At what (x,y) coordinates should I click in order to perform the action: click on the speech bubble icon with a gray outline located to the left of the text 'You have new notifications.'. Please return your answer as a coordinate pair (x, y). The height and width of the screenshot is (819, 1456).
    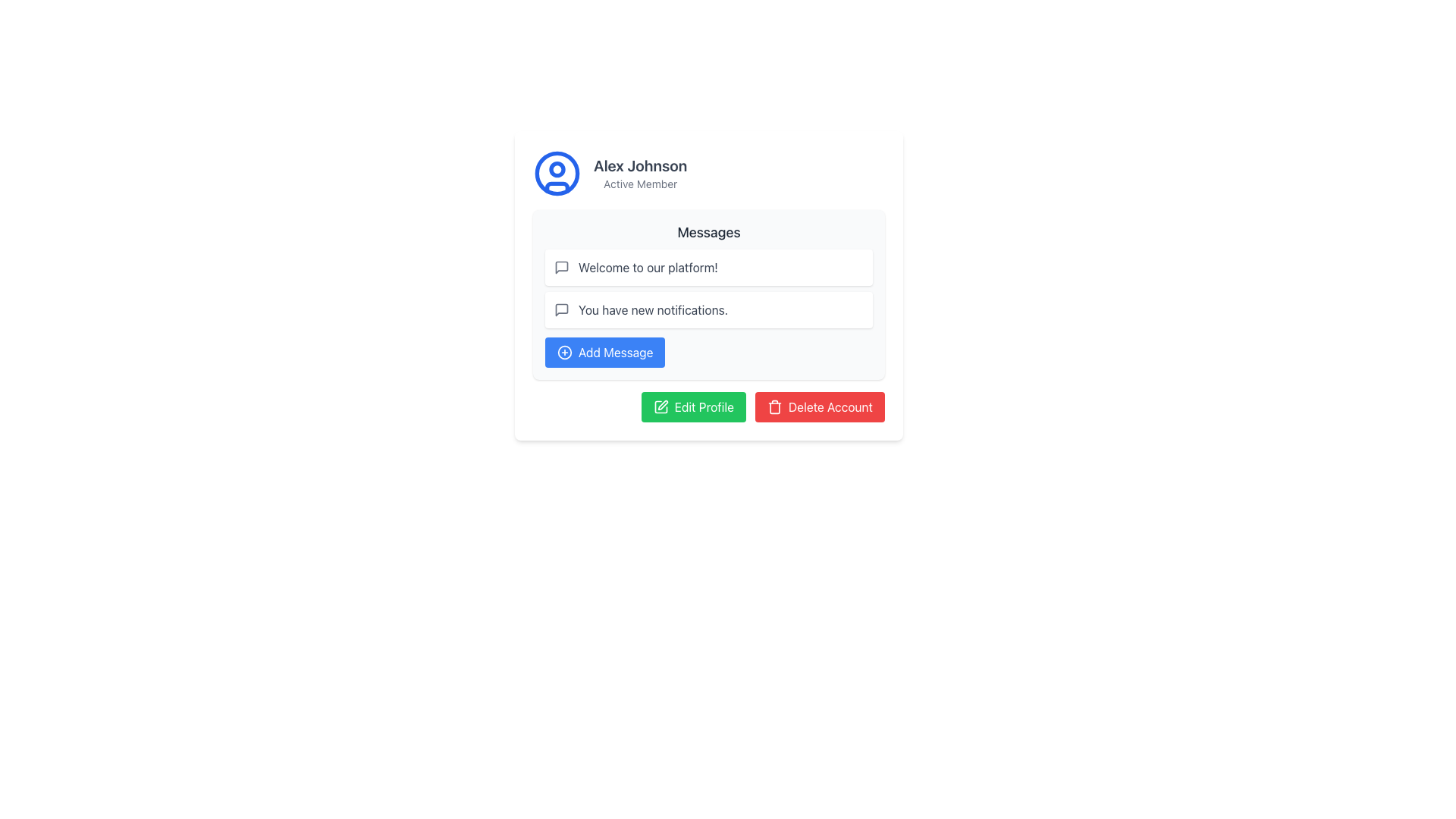
    Looking at the image, I should click on (560, 309).